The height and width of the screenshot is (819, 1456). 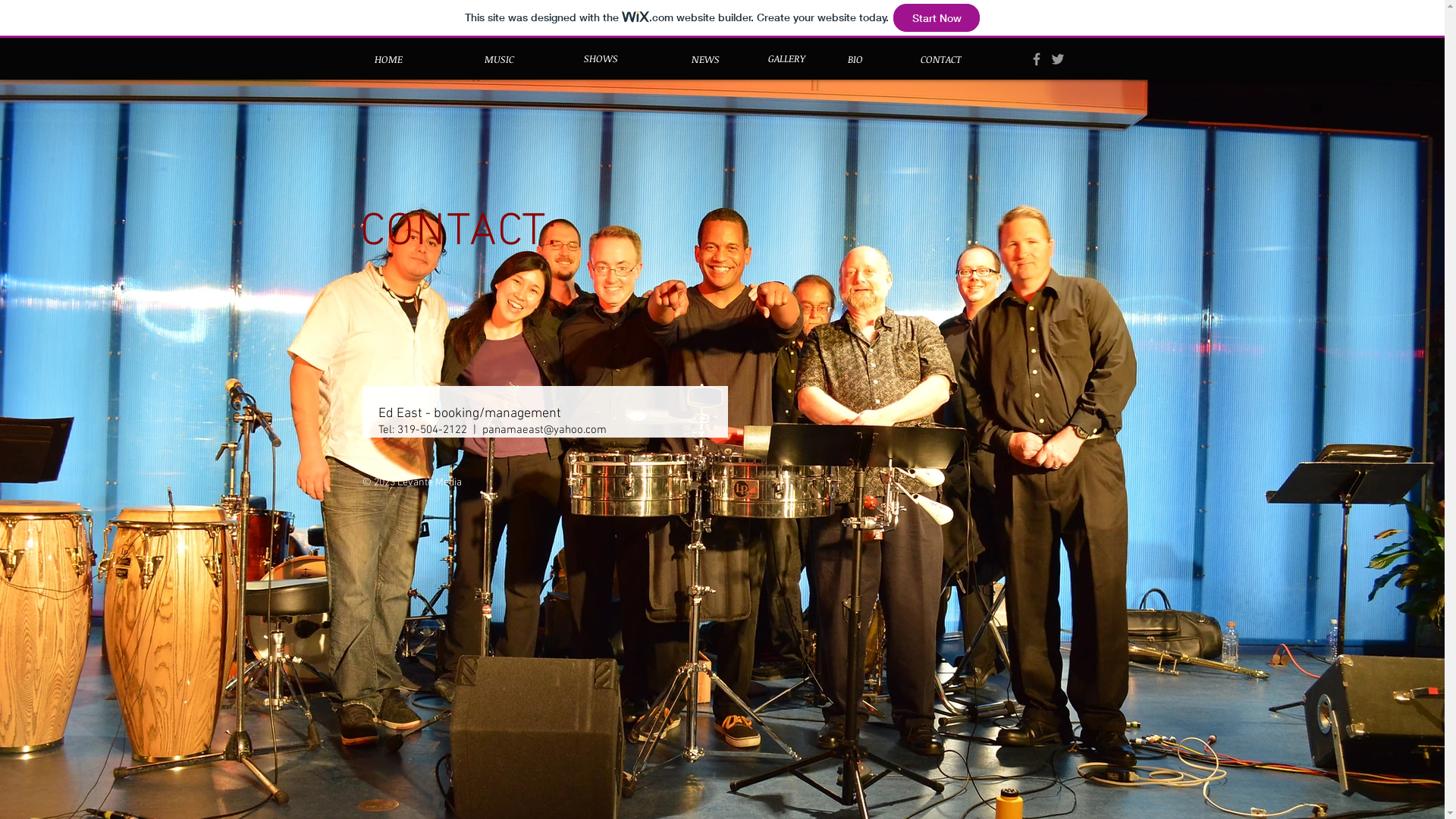 What do you see at coordinates (704, 58) in the screenshot?
I see `'NEWS'` at bounding box center [704, 58].